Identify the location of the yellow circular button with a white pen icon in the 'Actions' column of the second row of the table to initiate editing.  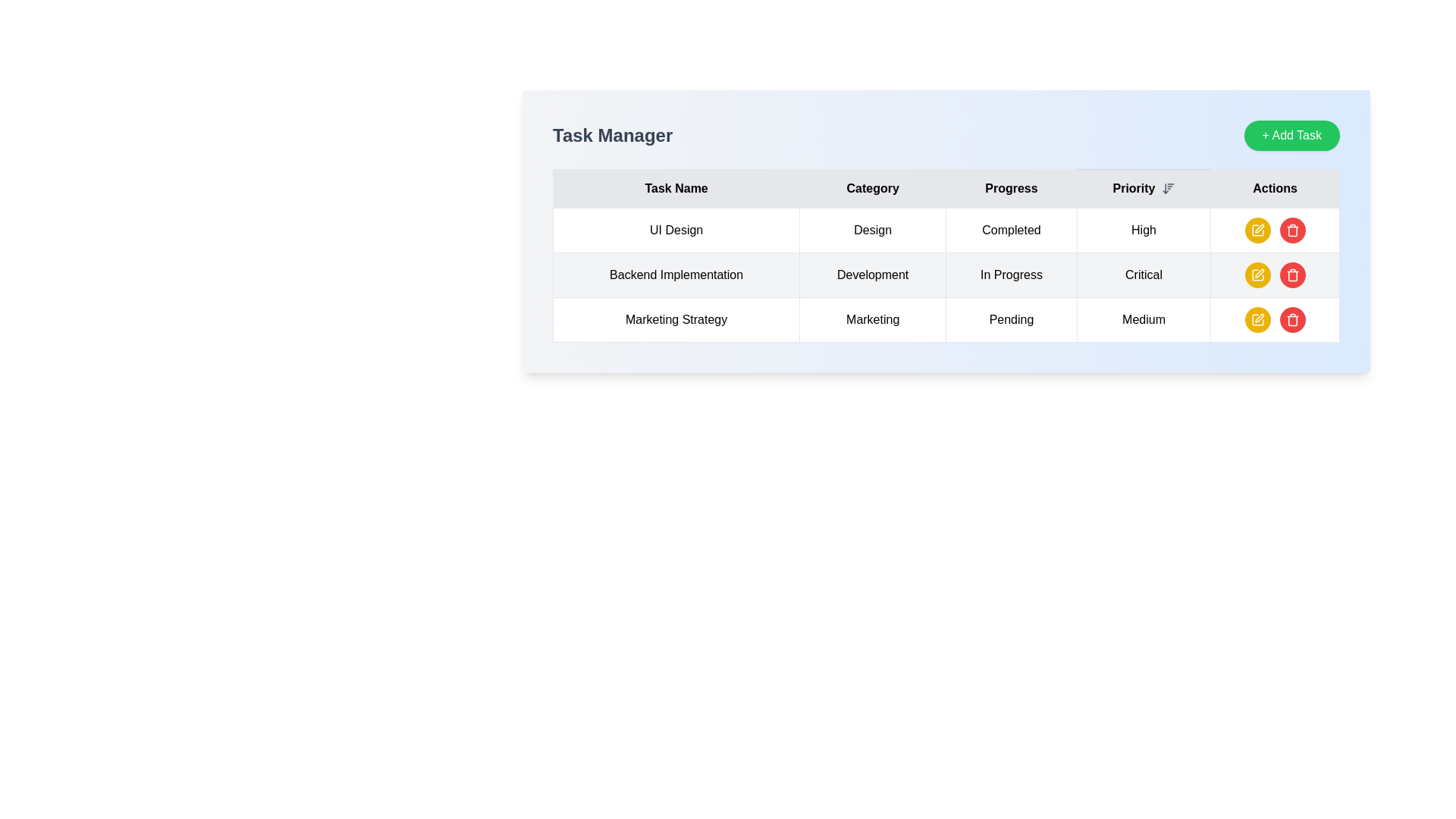
(1257, 275).